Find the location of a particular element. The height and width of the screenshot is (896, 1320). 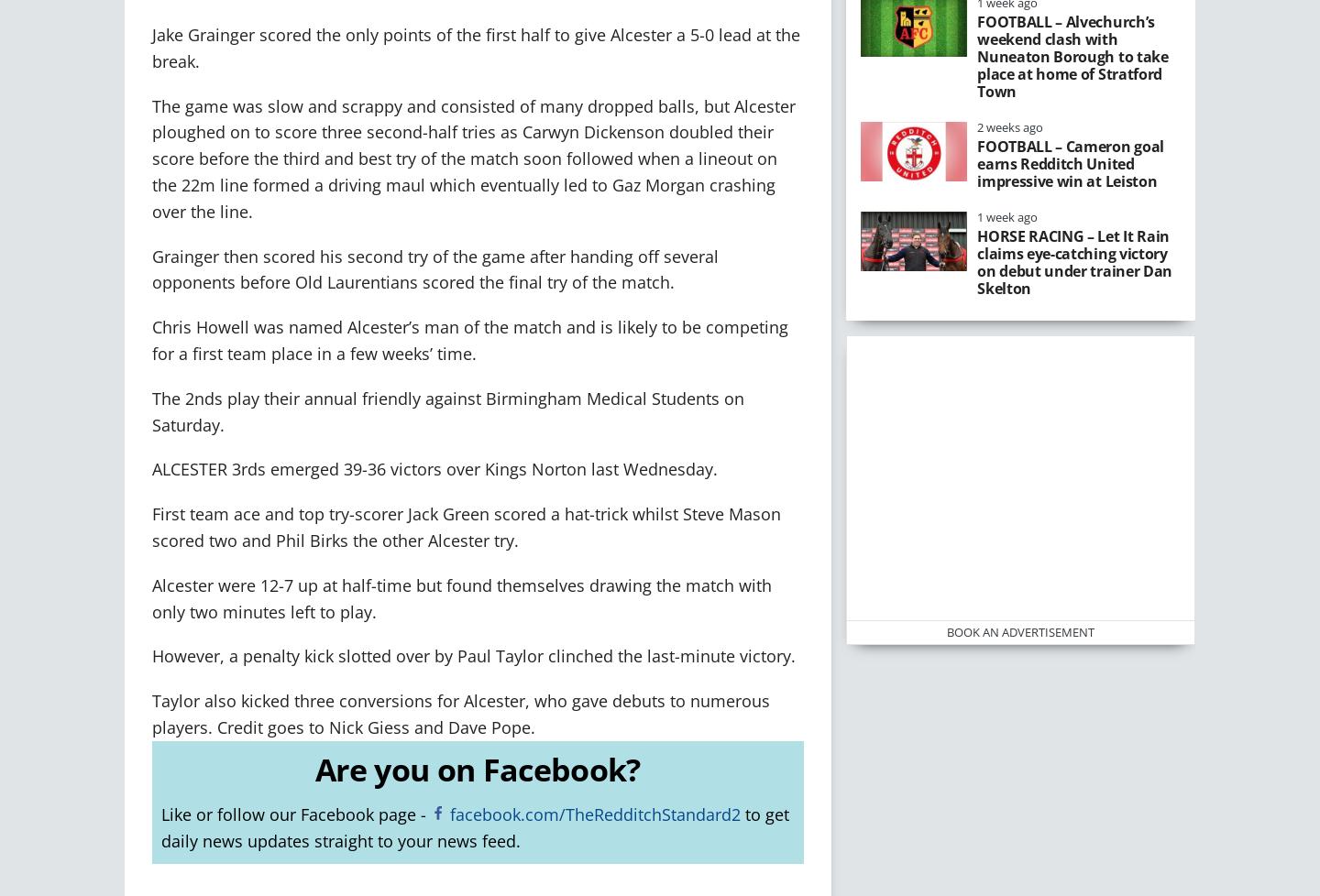

'to get daily news updates straight to your news feed.' is located at coordinates (159, 826).